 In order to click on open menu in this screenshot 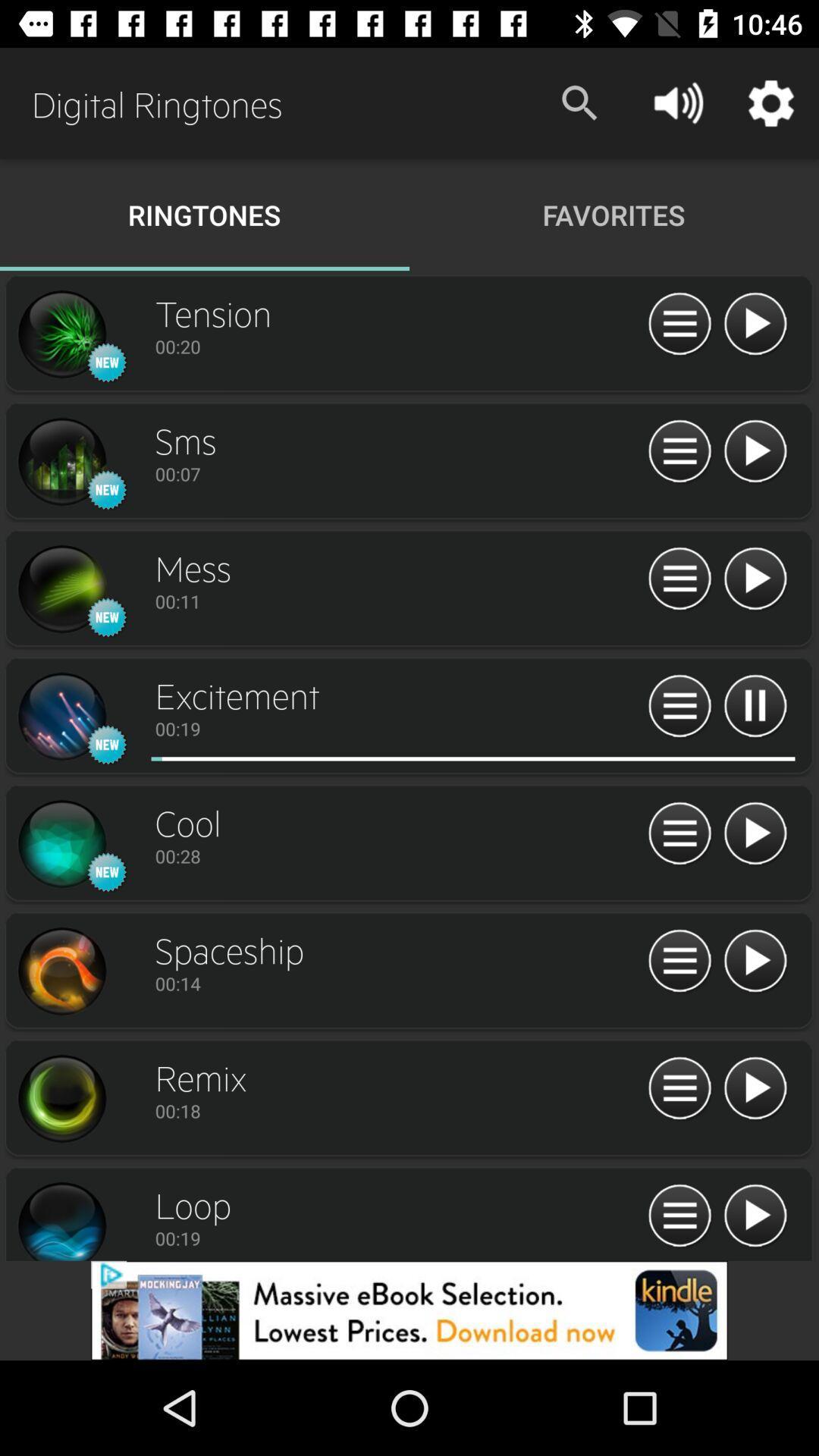, I will do `click(679, 706)`.